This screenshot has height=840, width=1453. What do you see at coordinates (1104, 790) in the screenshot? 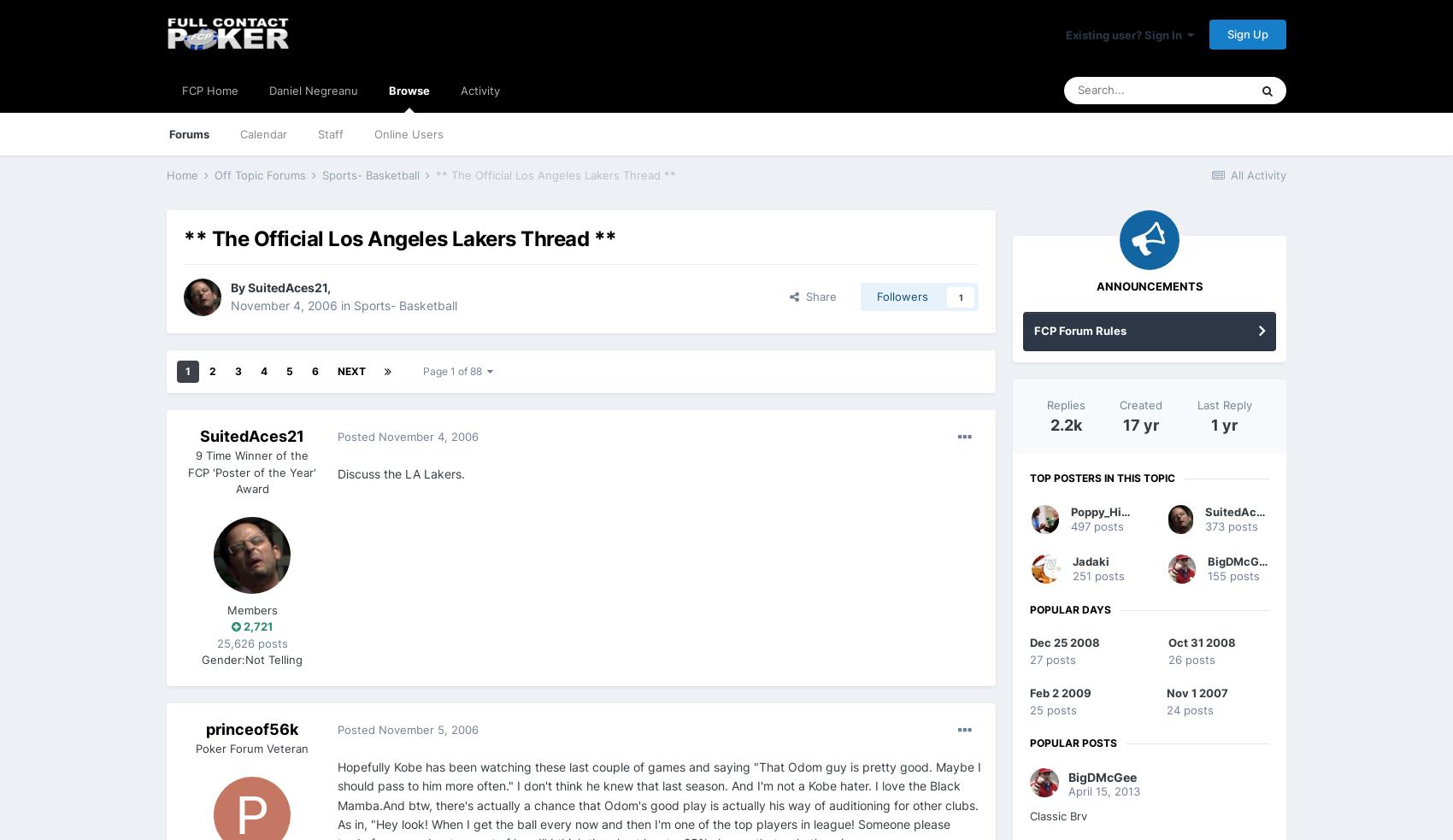
I see `'April 15, 2013'` at bounding box center [1104, 790].